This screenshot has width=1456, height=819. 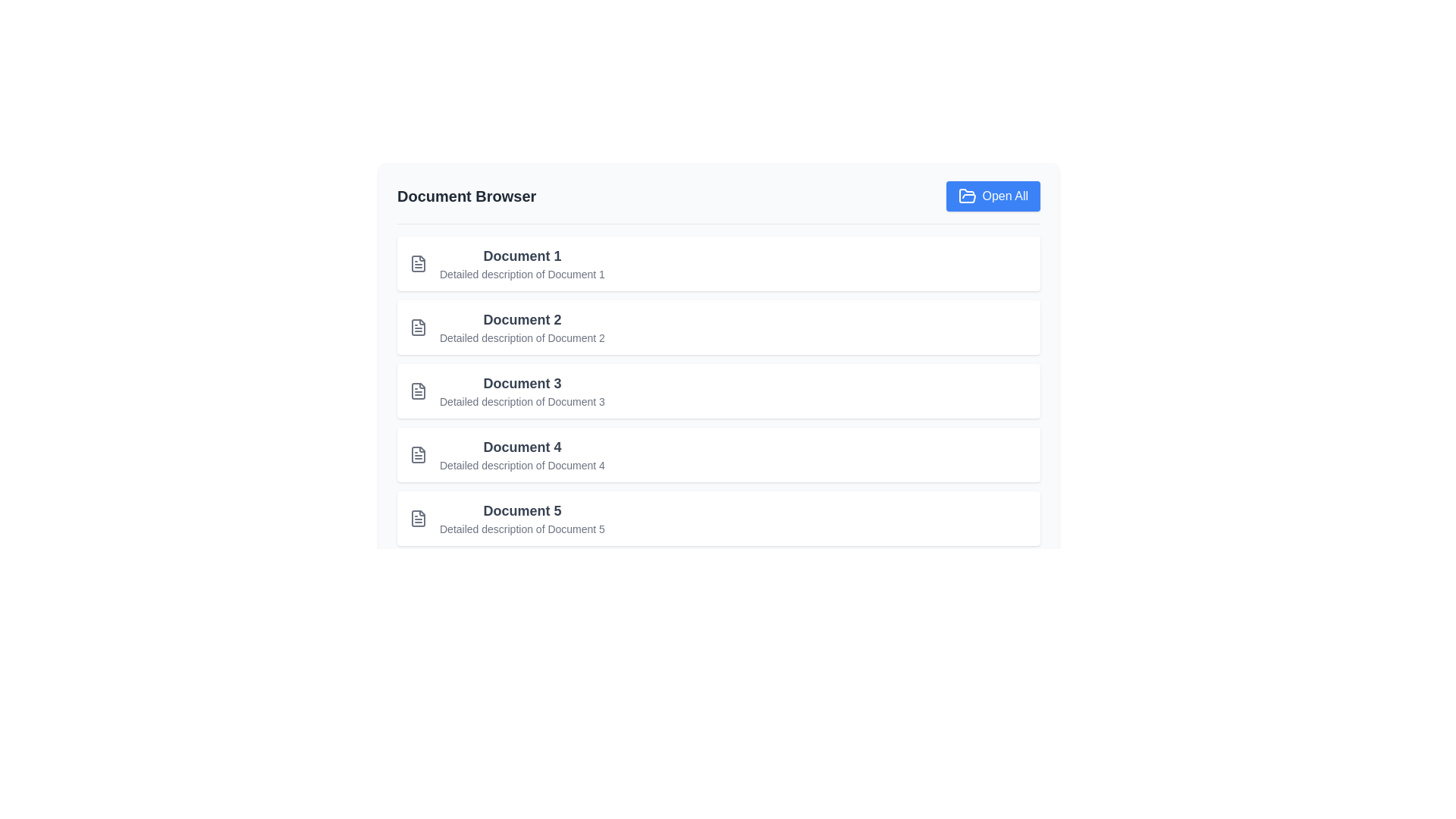 What do you see at coordinates (419, 262) in the screenshot?
I see `the Decorative icon resembling a text document, which is located at the leftmost position within a rounded rectangular card representing 'Document 1'` at bounding box center [419, 262].